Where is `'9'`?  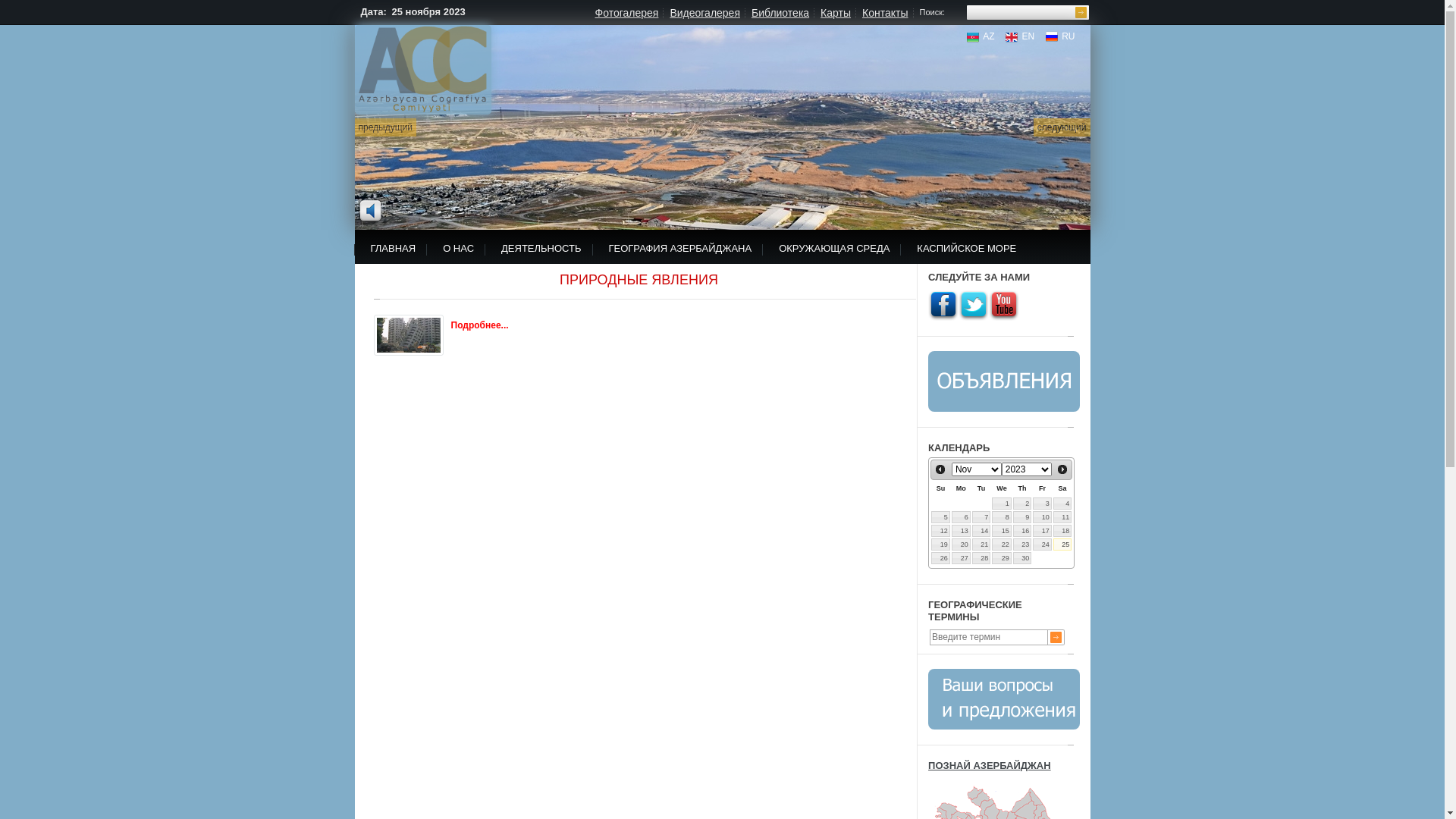 '9' is located at coordinates (1022, 516).